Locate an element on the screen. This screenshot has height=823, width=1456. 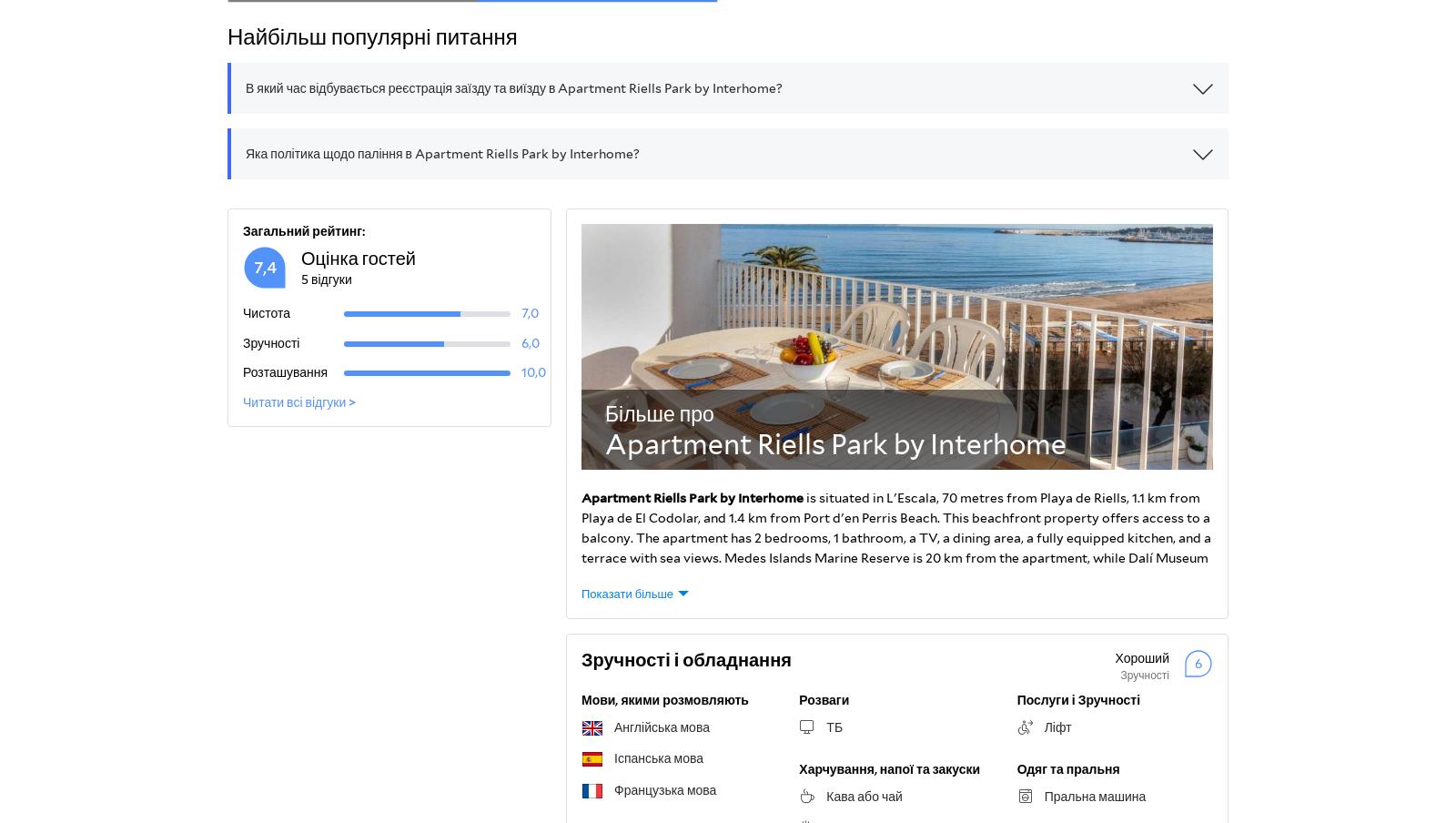
'6' is located at coordinates (1193, 661).